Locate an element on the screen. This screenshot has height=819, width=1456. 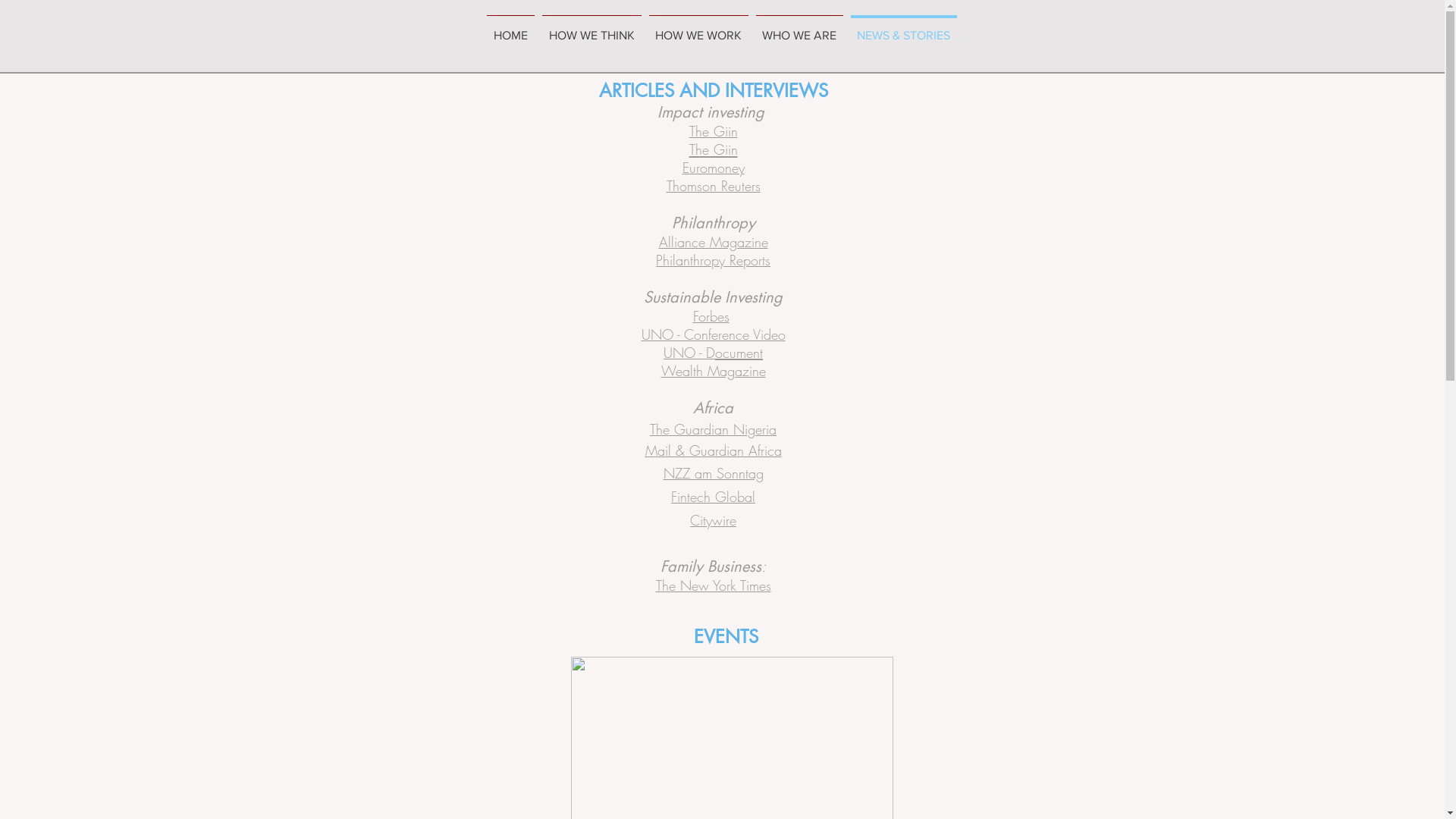
'The Giin' is located at coordinates (712, 149).